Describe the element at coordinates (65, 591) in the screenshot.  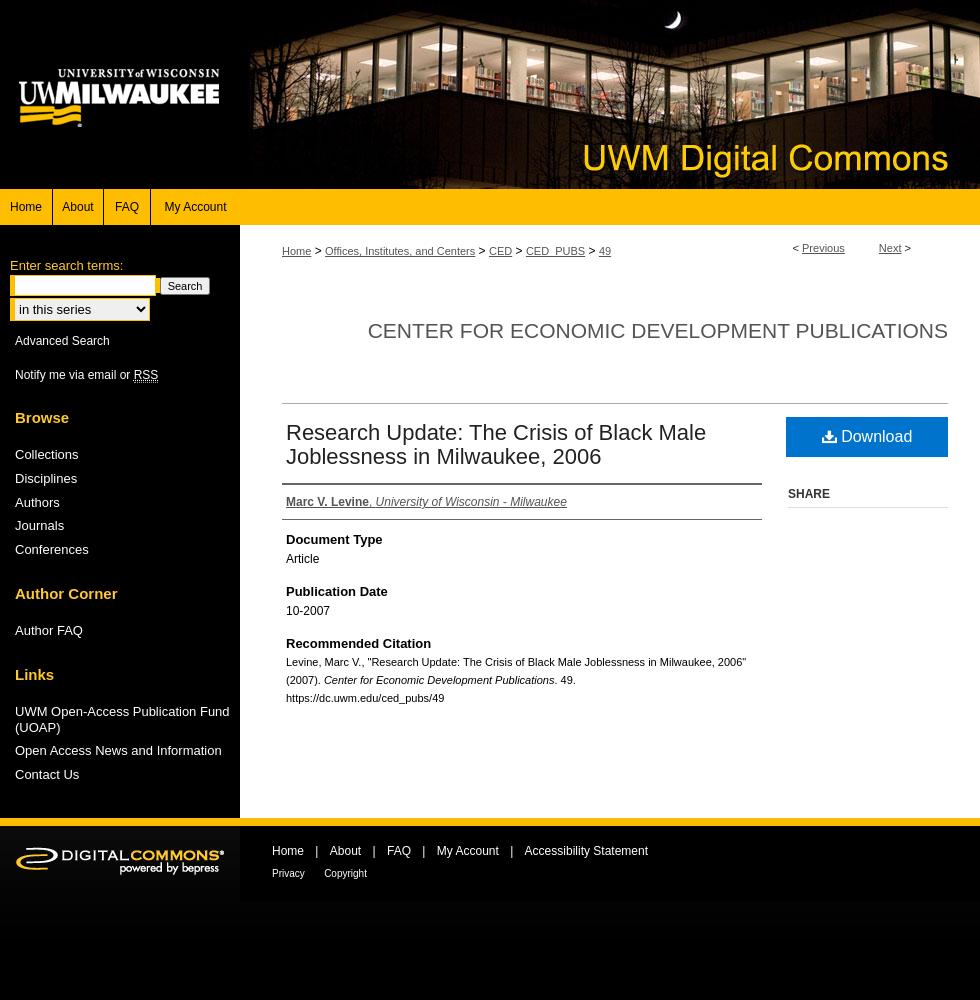
I see `'Author Corner'` at that location.